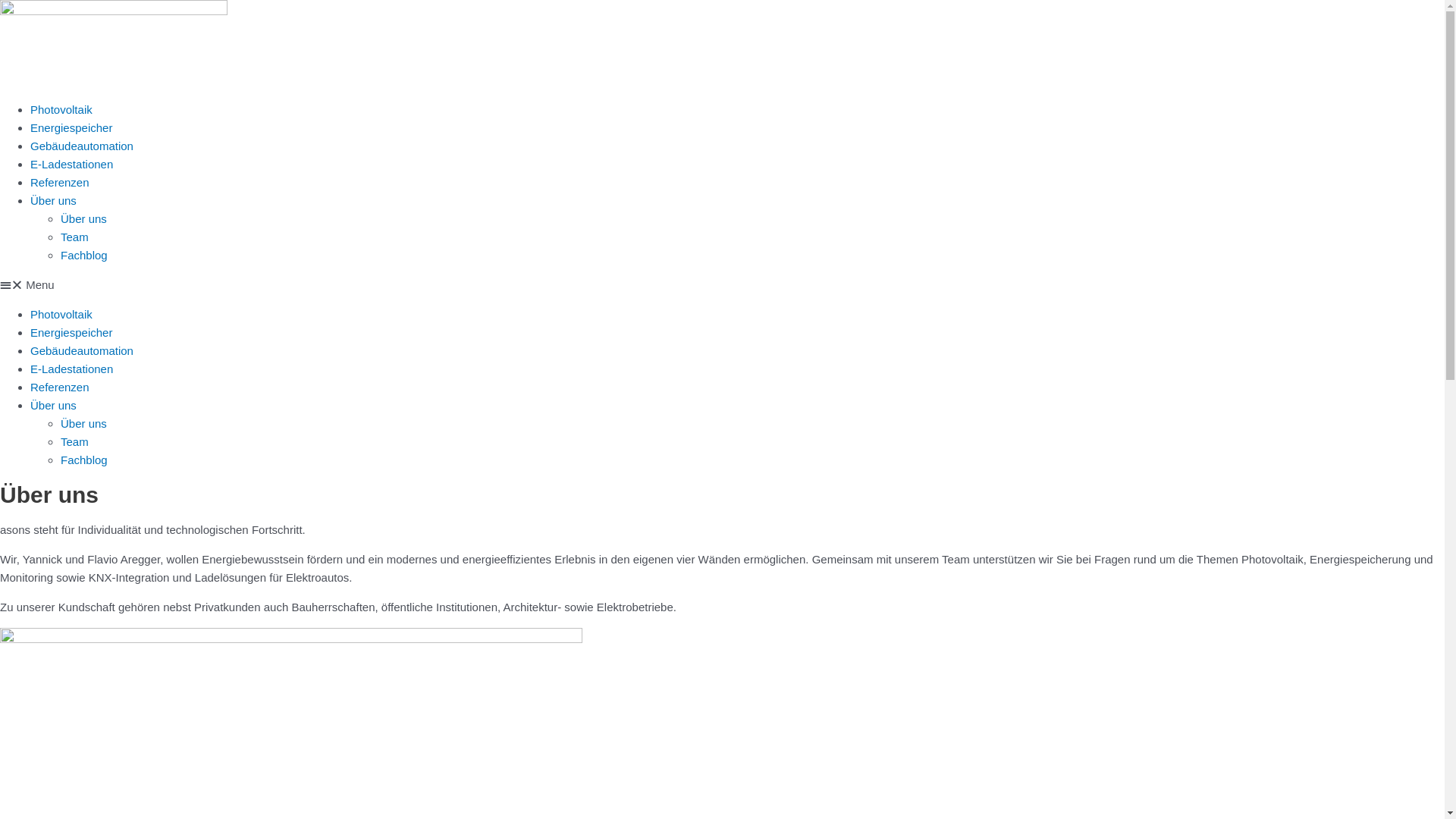  Describe the element at coordinates (30, 108) in the screenshot. I see `'Photovoltaik'` at that location.